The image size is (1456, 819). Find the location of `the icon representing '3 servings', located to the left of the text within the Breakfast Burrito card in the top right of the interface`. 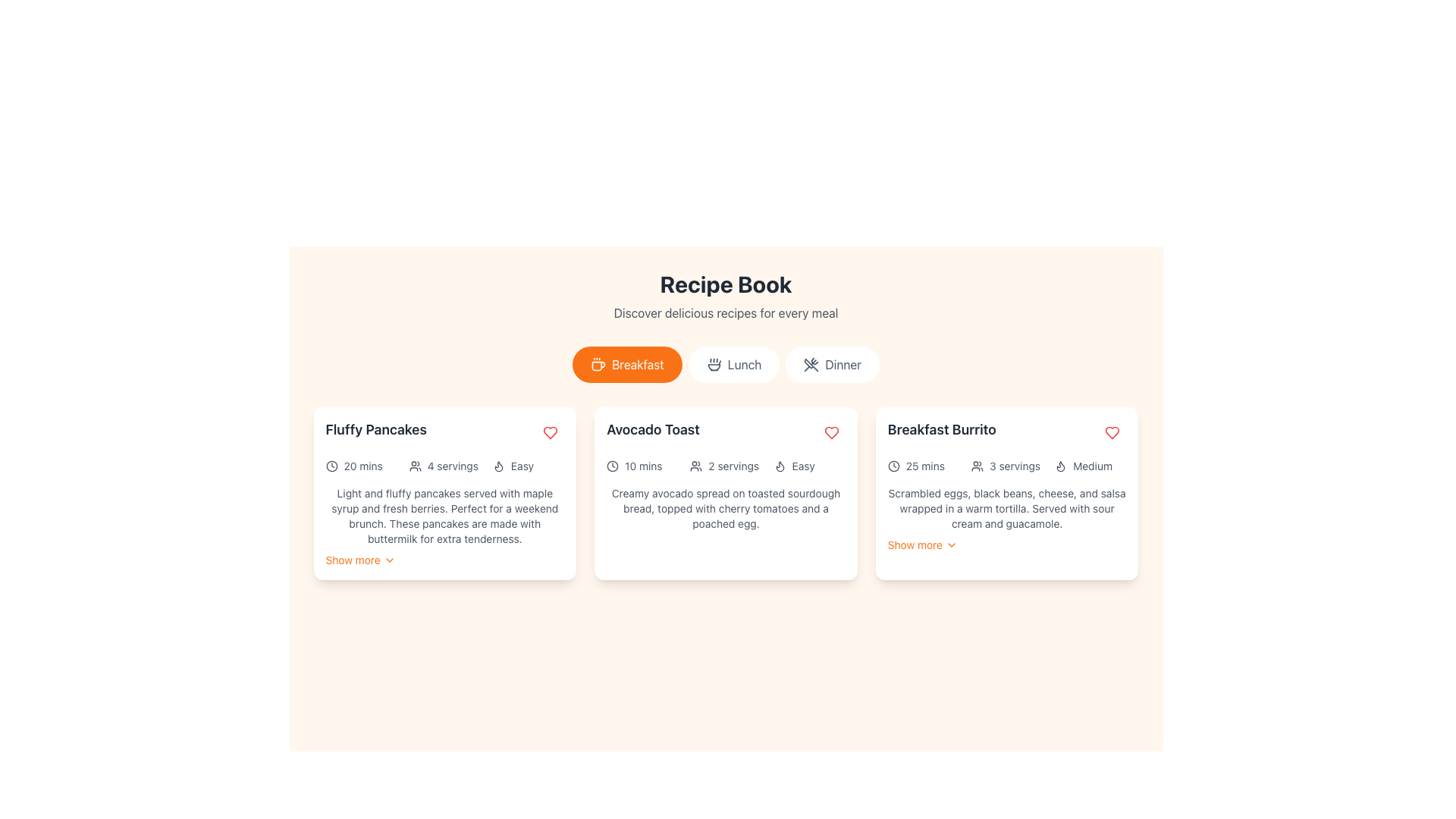

the icon representing '3 servings', located to the left of the text within the Breakfast Burrito card in the top right of the interface is located at coordinates (977, 465).